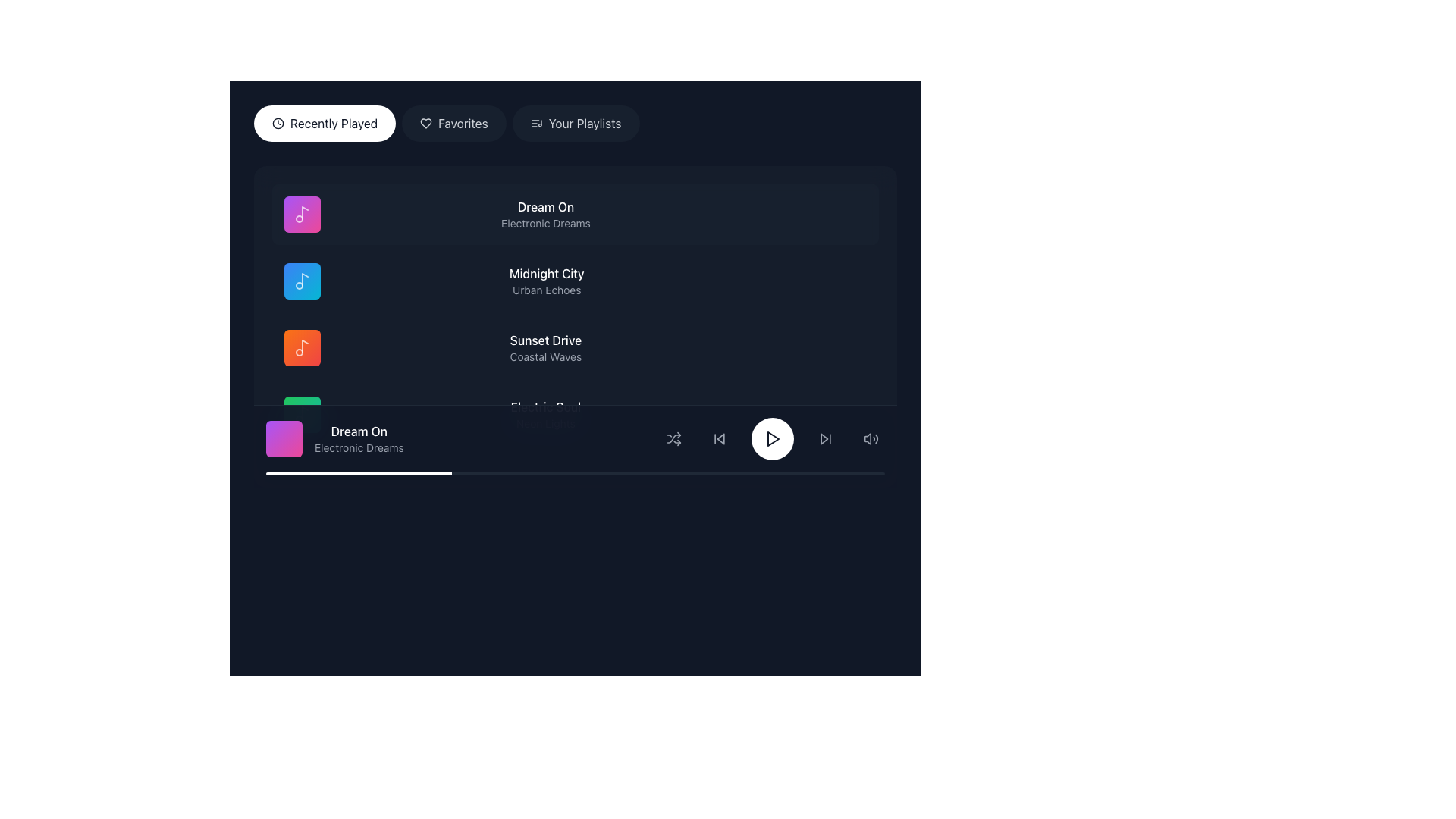 The width and height of the screenshot is (1456, 819). Describe the element at coordinates (546, 356) in the screenshot. I see `the subtitle text providing descriptive information about the item 'Sunset Drive', positioned directly beneath its title` at that location.